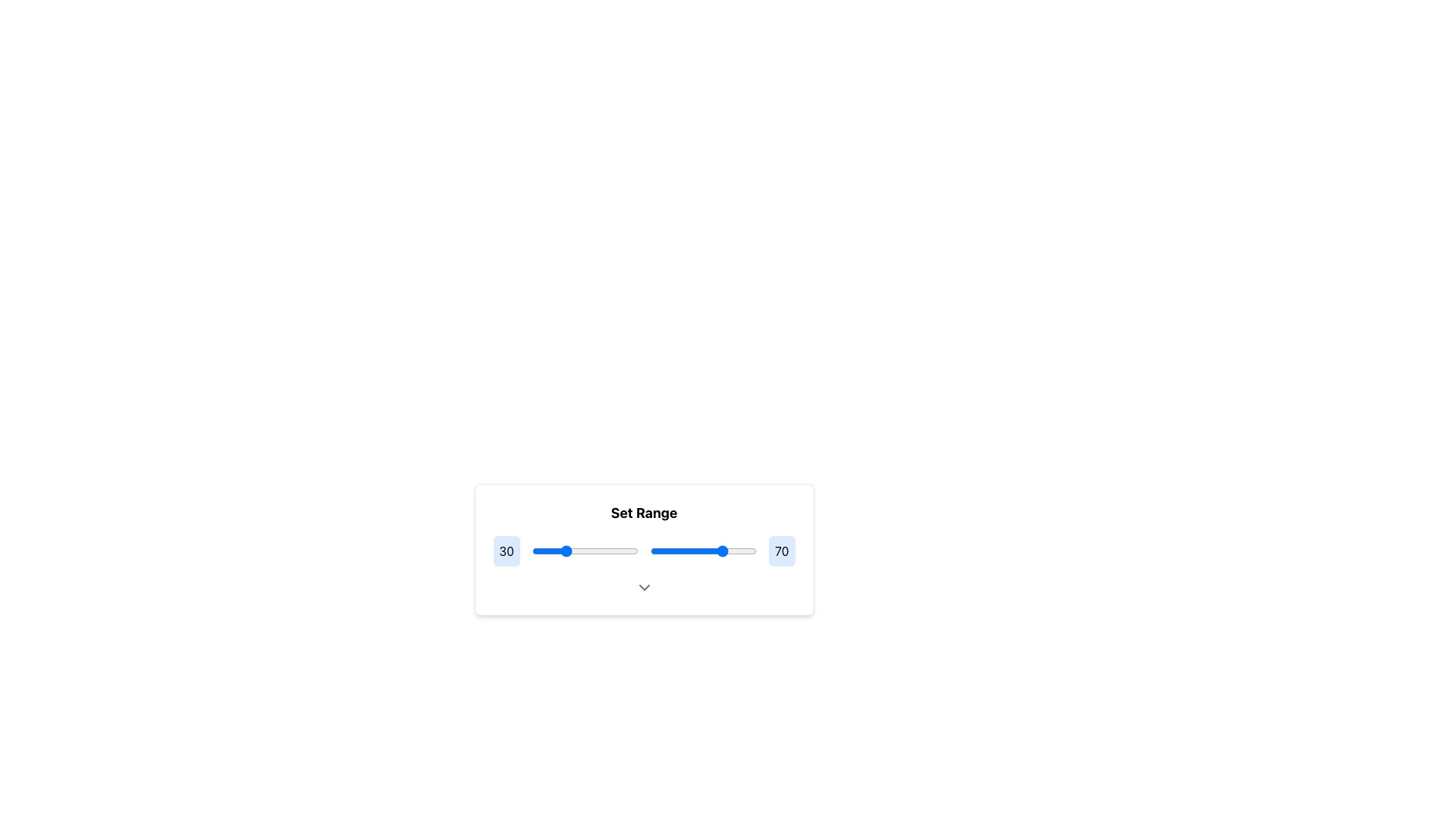 The height and width of the screenshot is (819, 1456). What do you see at coordinates (533, 551) in the screenshot?
I see `the slider value` at bounding box center [533, 551].